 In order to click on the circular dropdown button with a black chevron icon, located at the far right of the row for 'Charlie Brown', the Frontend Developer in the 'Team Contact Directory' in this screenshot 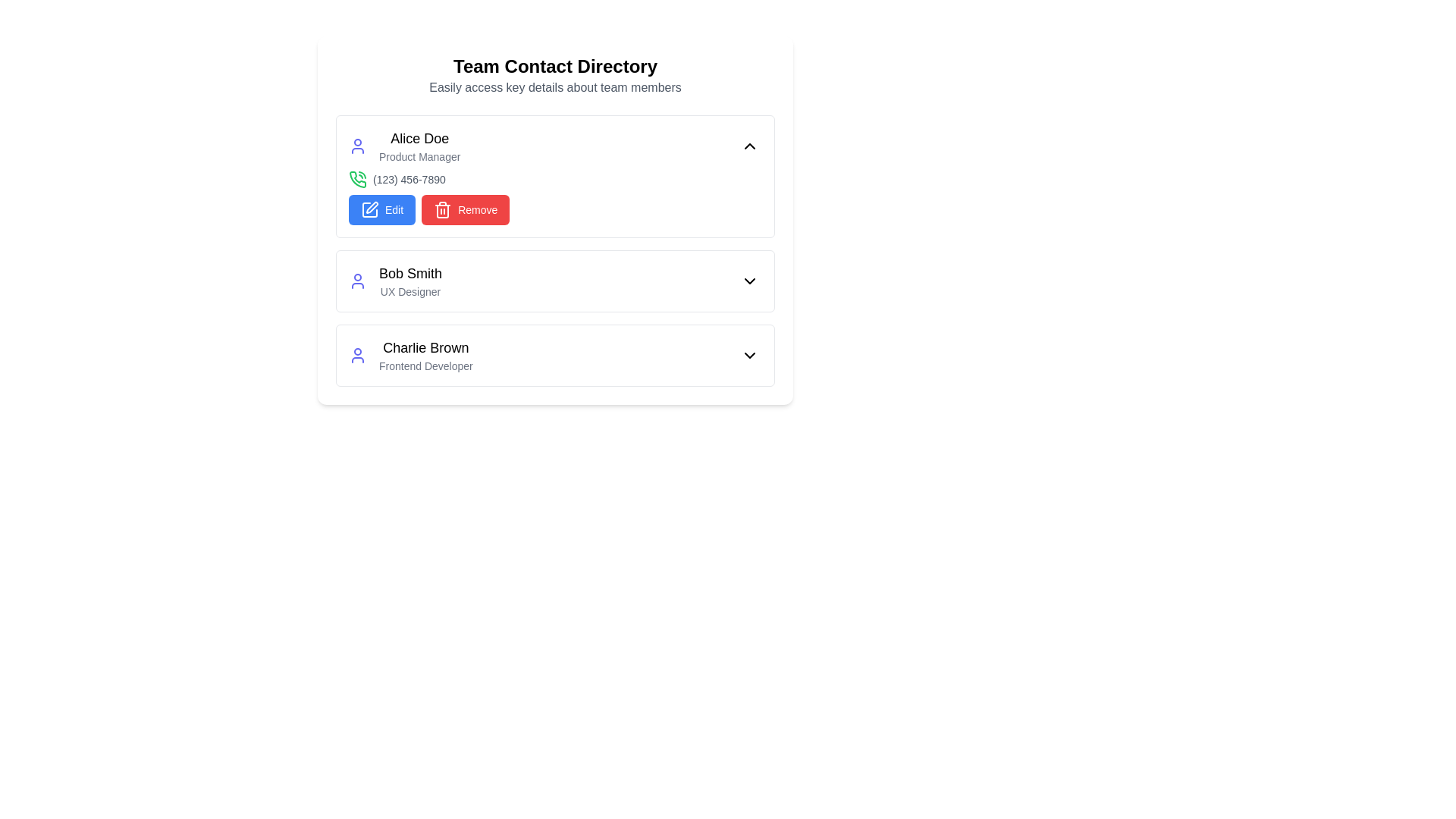, I will do `click(749, 356)`.